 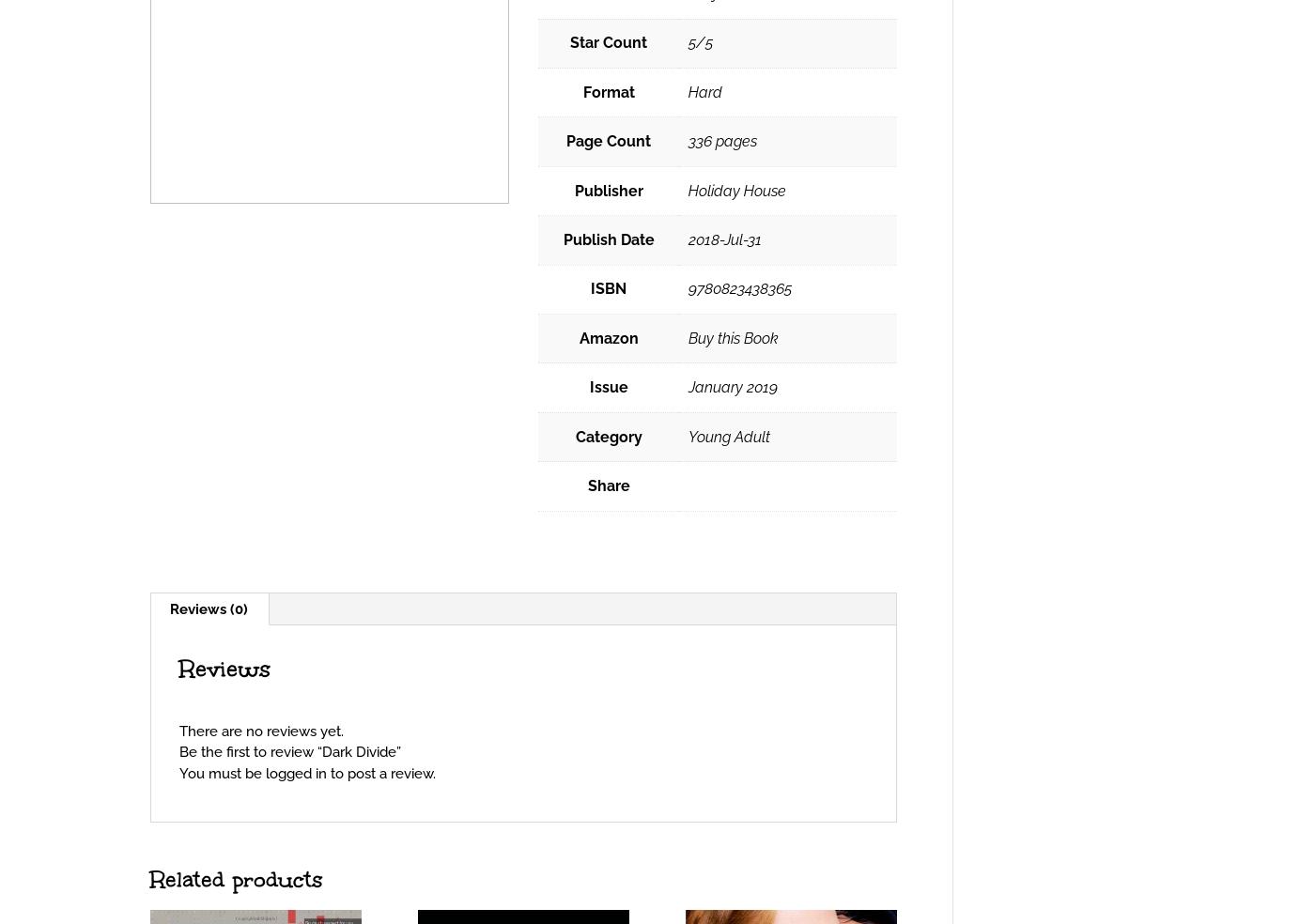 I want to click on 'Young Adult', so click(x=728, y=436).